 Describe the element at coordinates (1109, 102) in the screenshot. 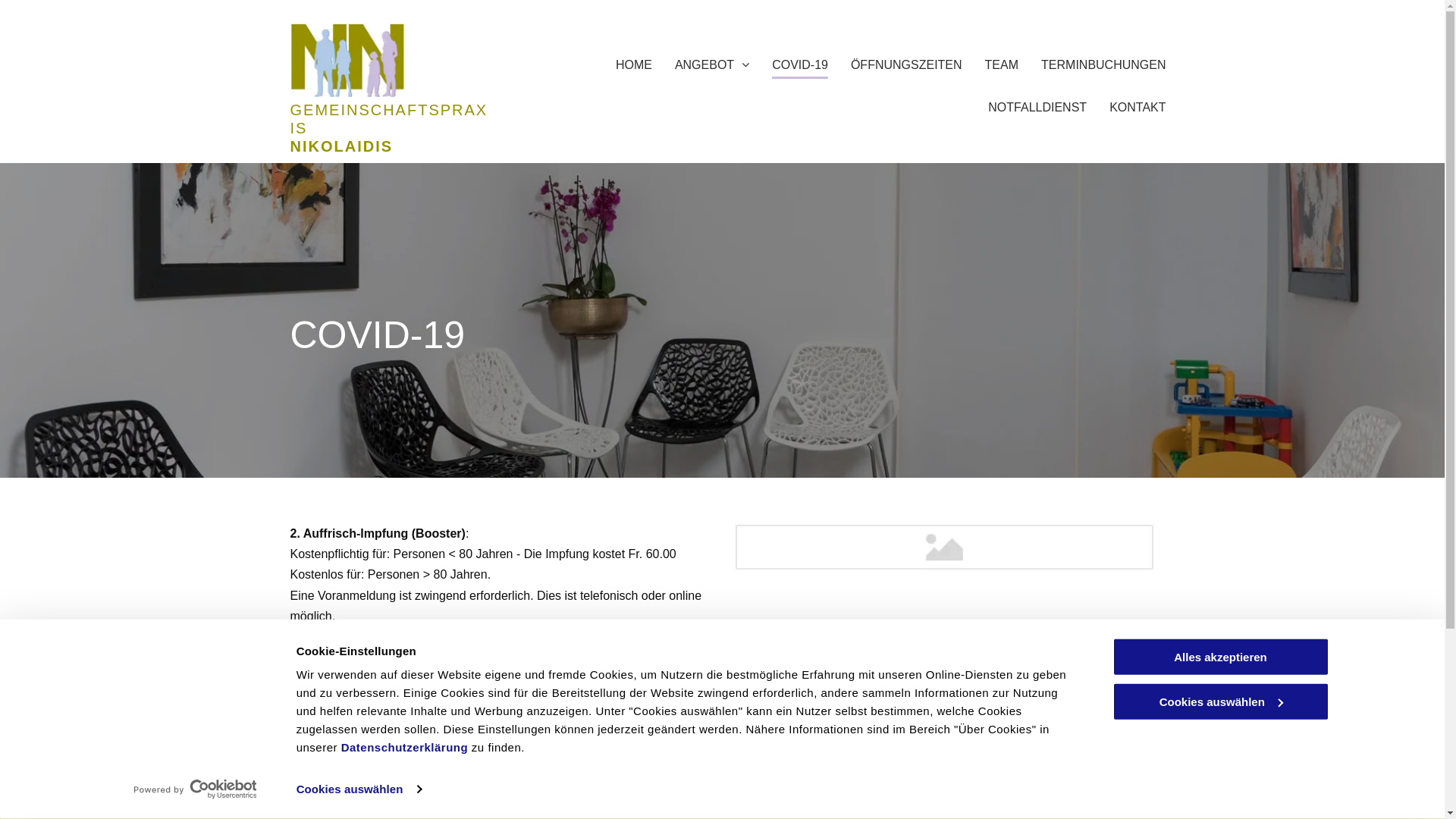

I see `'KONTAKT'` at that location.